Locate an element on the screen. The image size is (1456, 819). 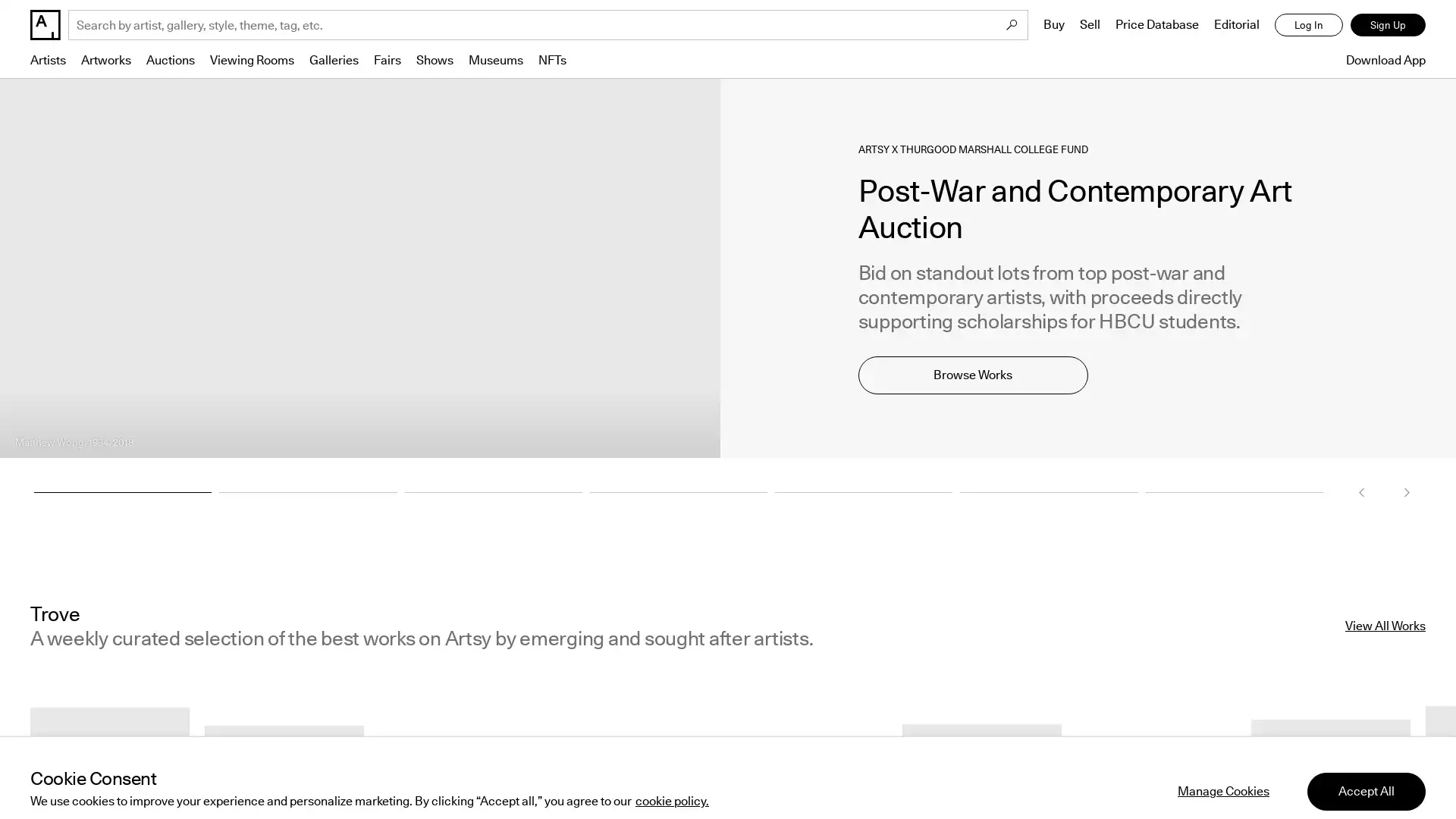
Navigate right is located at coordinates (1405, 491).